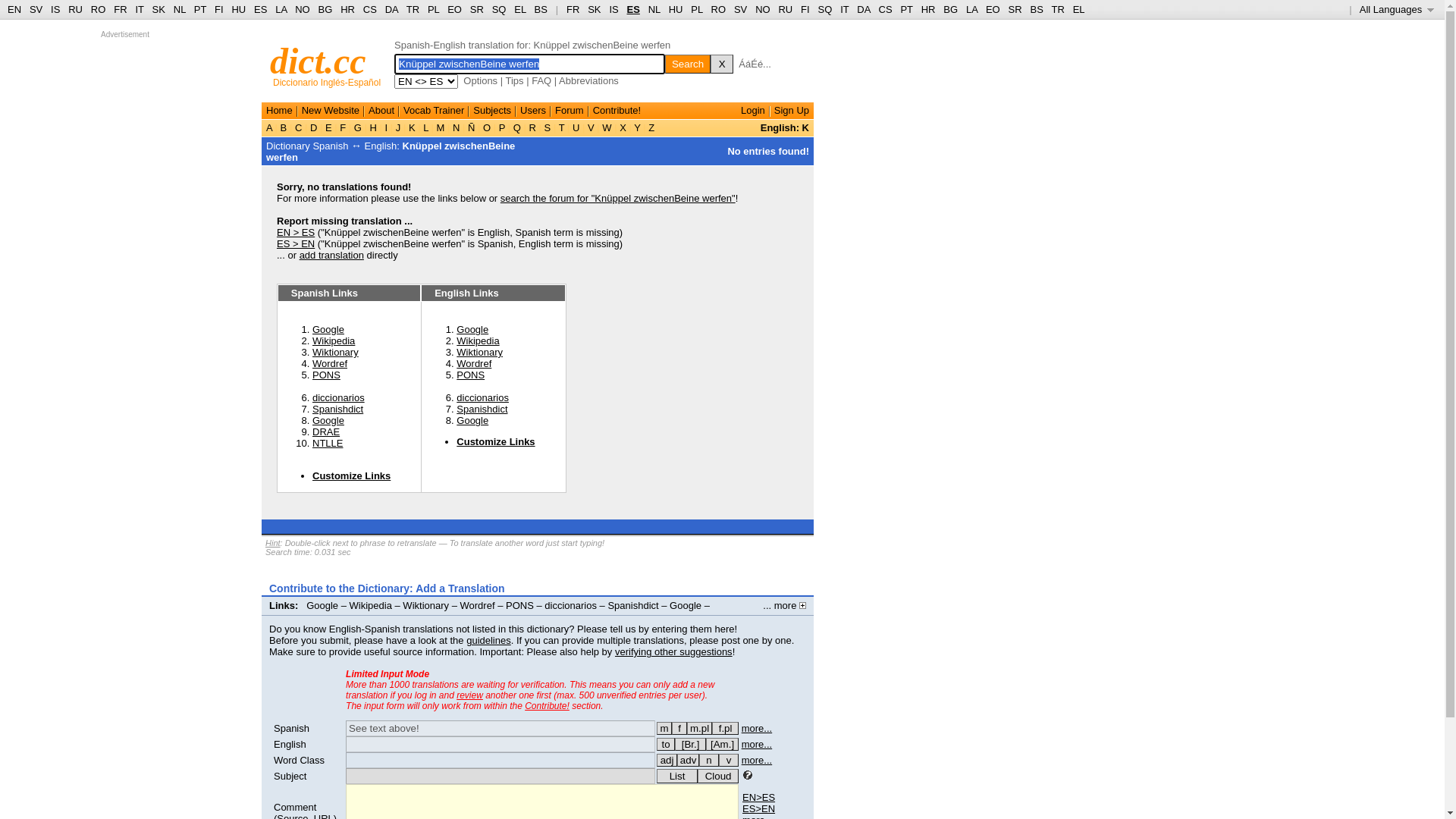 Image resolution: width=1456 pixels, height=819 pixels. What do you see at coordinates (949, 9) in the screenshot?
I see `'BG'` at bounding box center [949, 9].